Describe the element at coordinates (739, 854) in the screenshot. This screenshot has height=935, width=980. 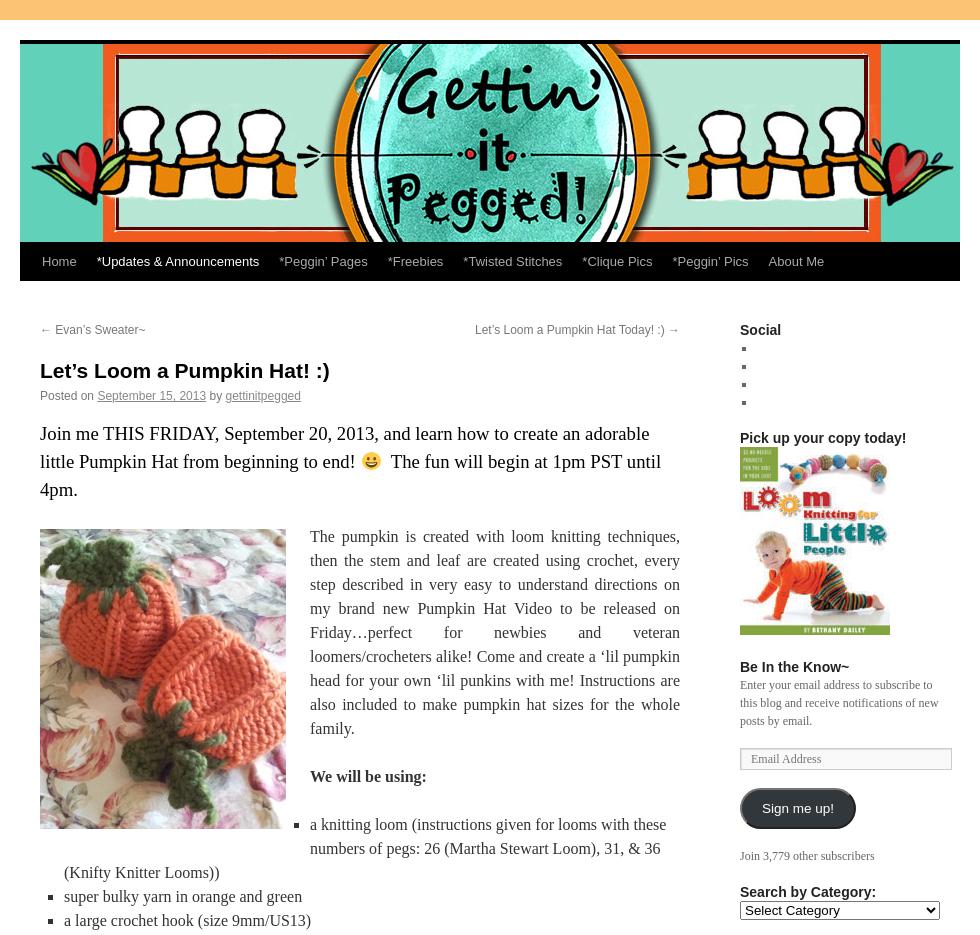
I see `'Join 3,779 other subscribers'` at that location.